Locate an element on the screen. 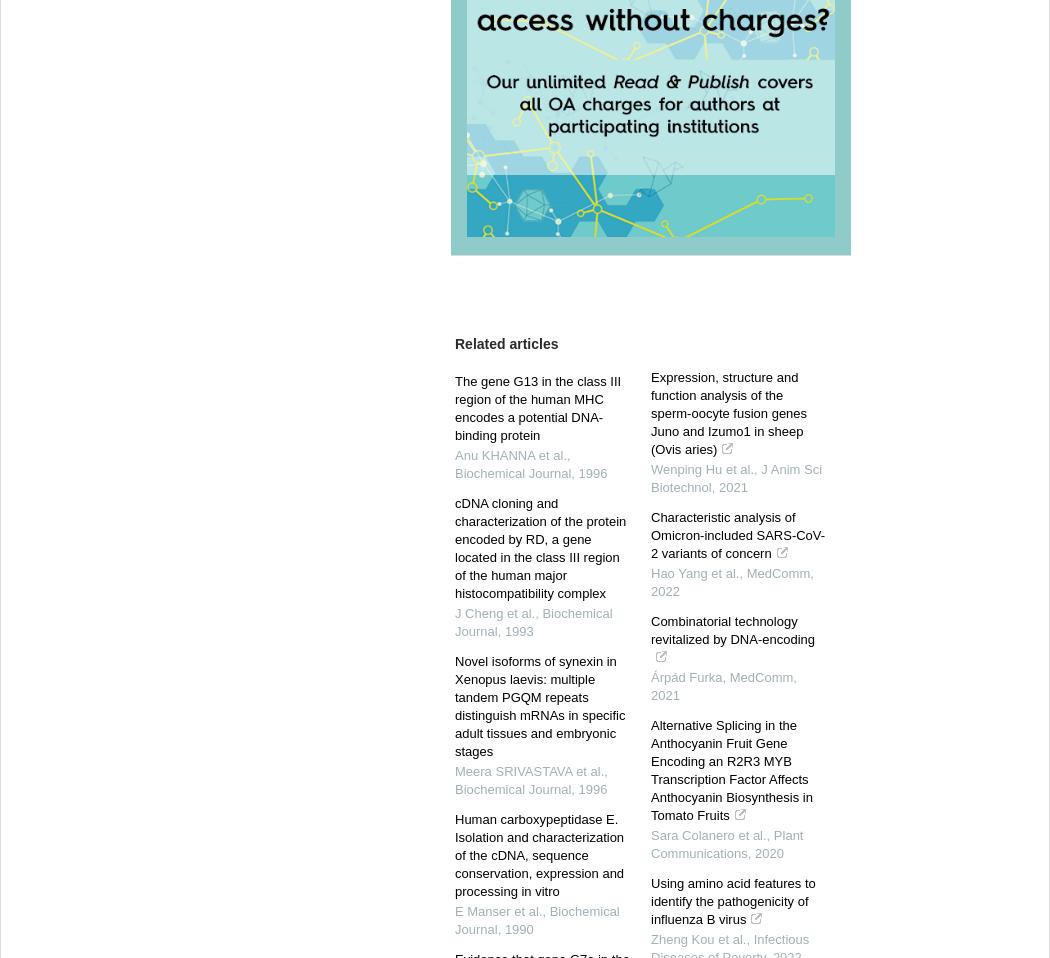  'Using amino acid features to identify the pathogenicity of influenza B virus' is located at coordinates (732, 901).